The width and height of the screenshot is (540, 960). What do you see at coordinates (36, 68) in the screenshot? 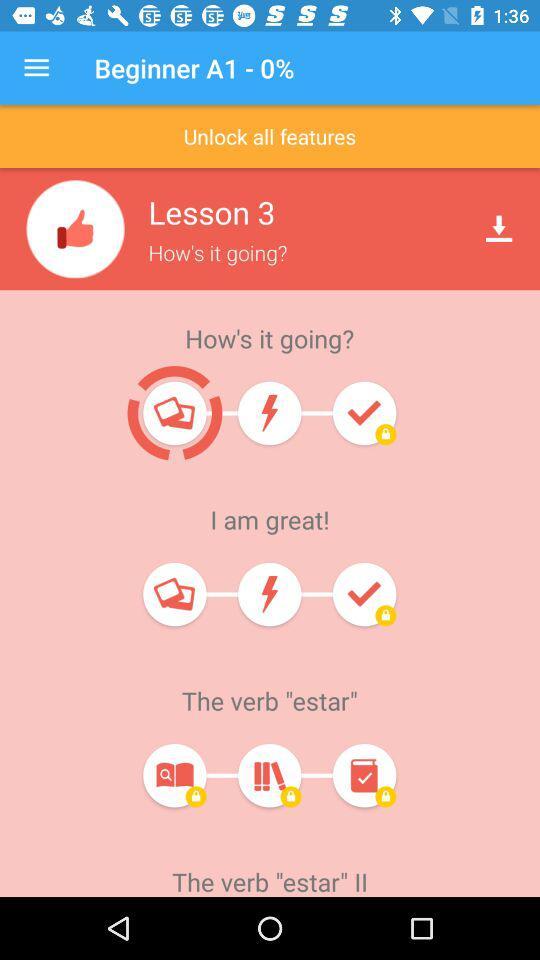
I see `app to the left of the beginner a1 - 0%` at bounding box center [36, 68].